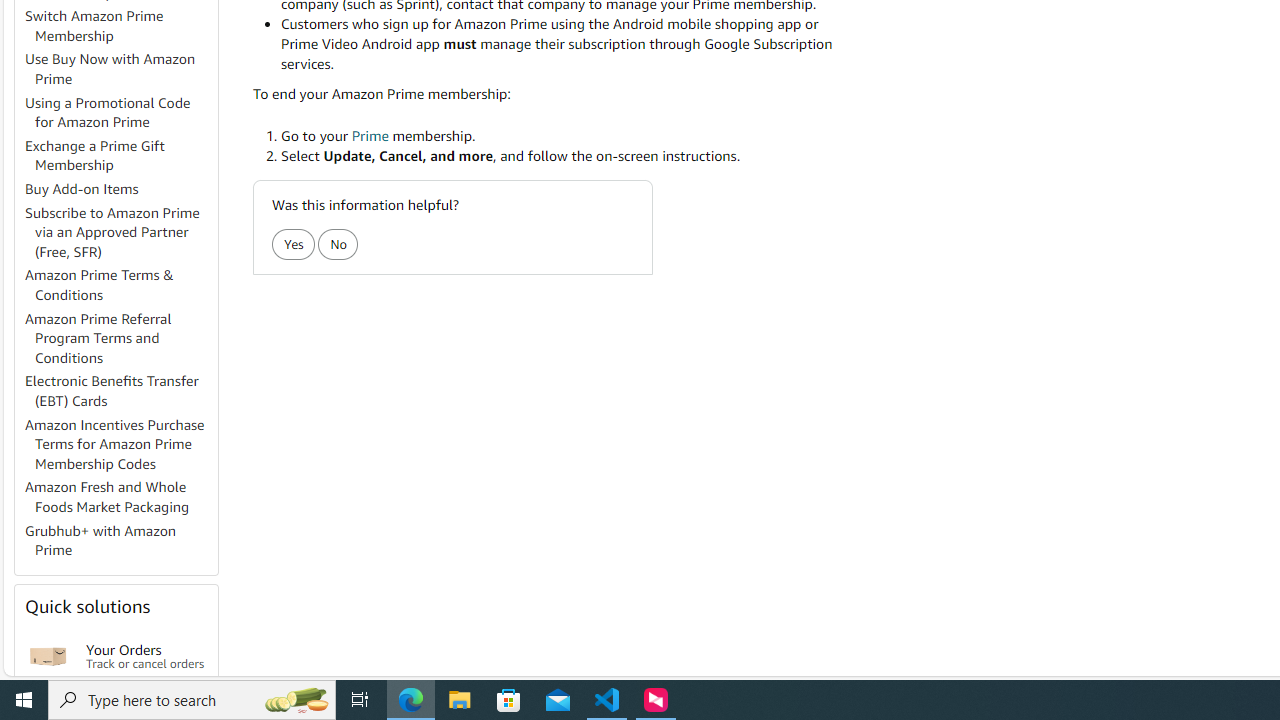 This screenshot has height=720, width=1280. Describe the element at coordinates (98, 284) in the screenshot. I see `'Amazon Prime Terms & Conditions'` at that location.